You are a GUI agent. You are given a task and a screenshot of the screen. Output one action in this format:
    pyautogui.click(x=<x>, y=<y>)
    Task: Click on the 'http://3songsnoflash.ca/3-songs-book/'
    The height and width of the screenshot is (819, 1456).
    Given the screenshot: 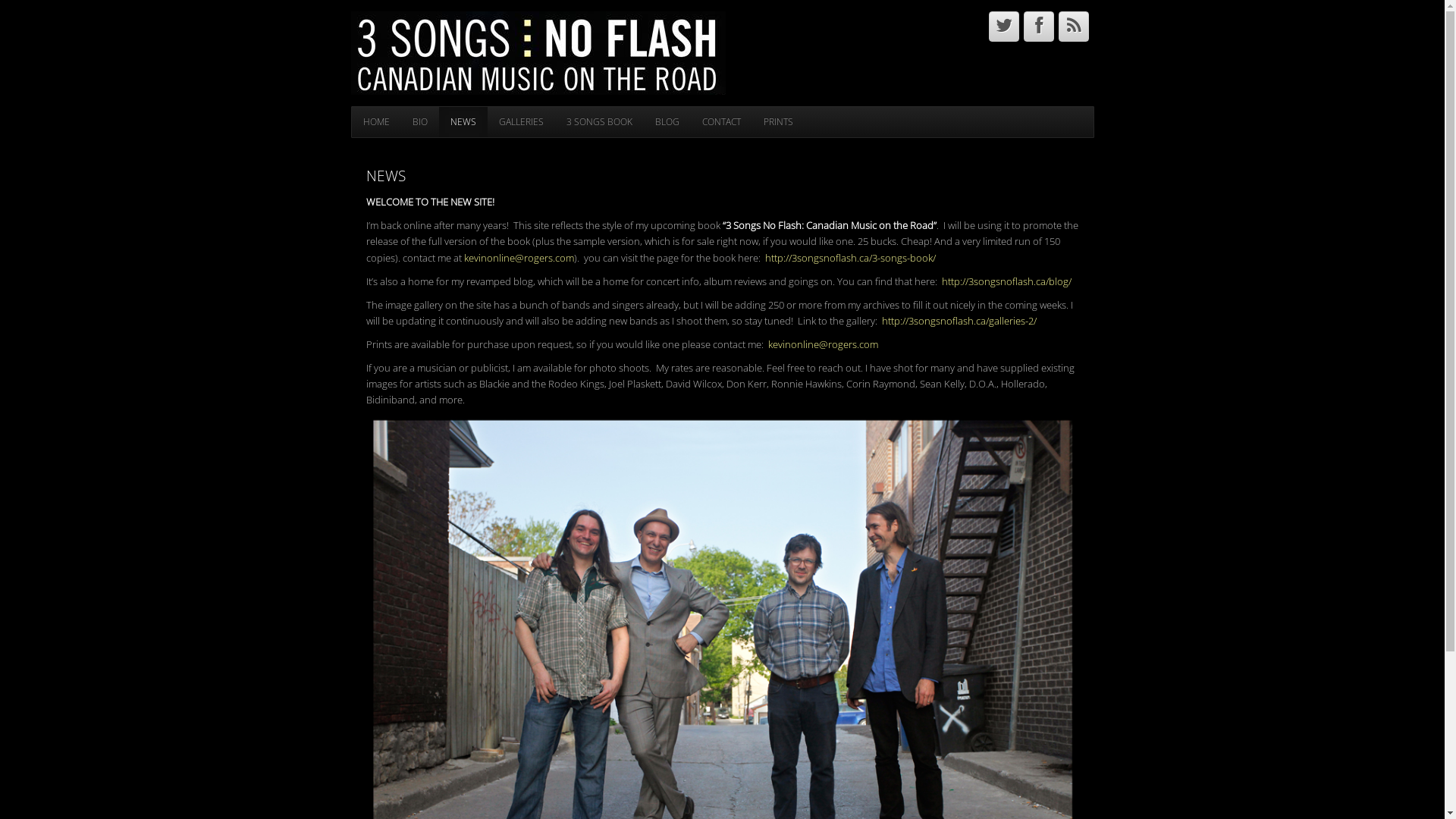 What is the action you would take?
    pyautogui.click(x=849, y=256)
    